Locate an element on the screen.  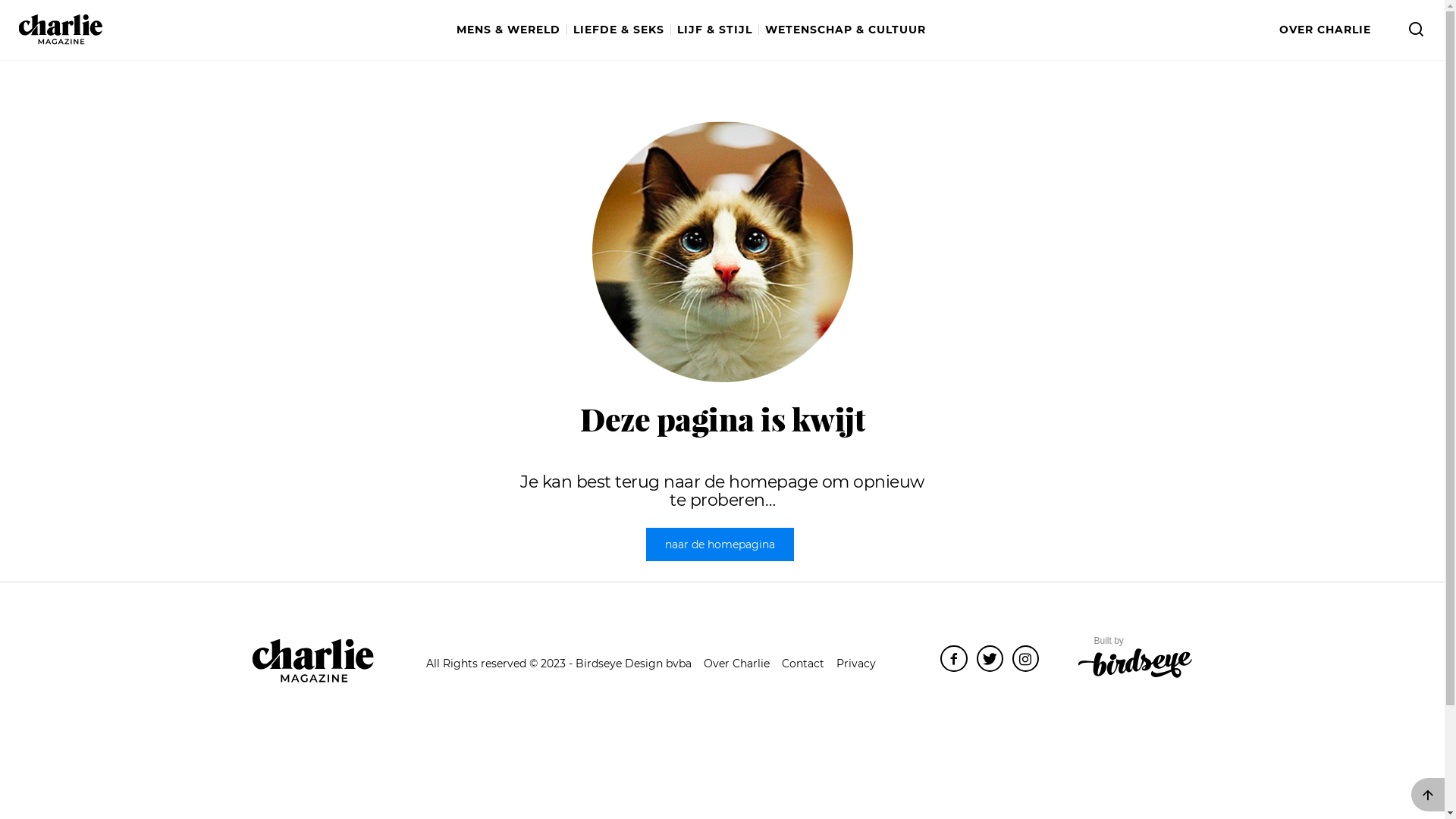
'Over Charlie' is located at coordinates (736, 663).